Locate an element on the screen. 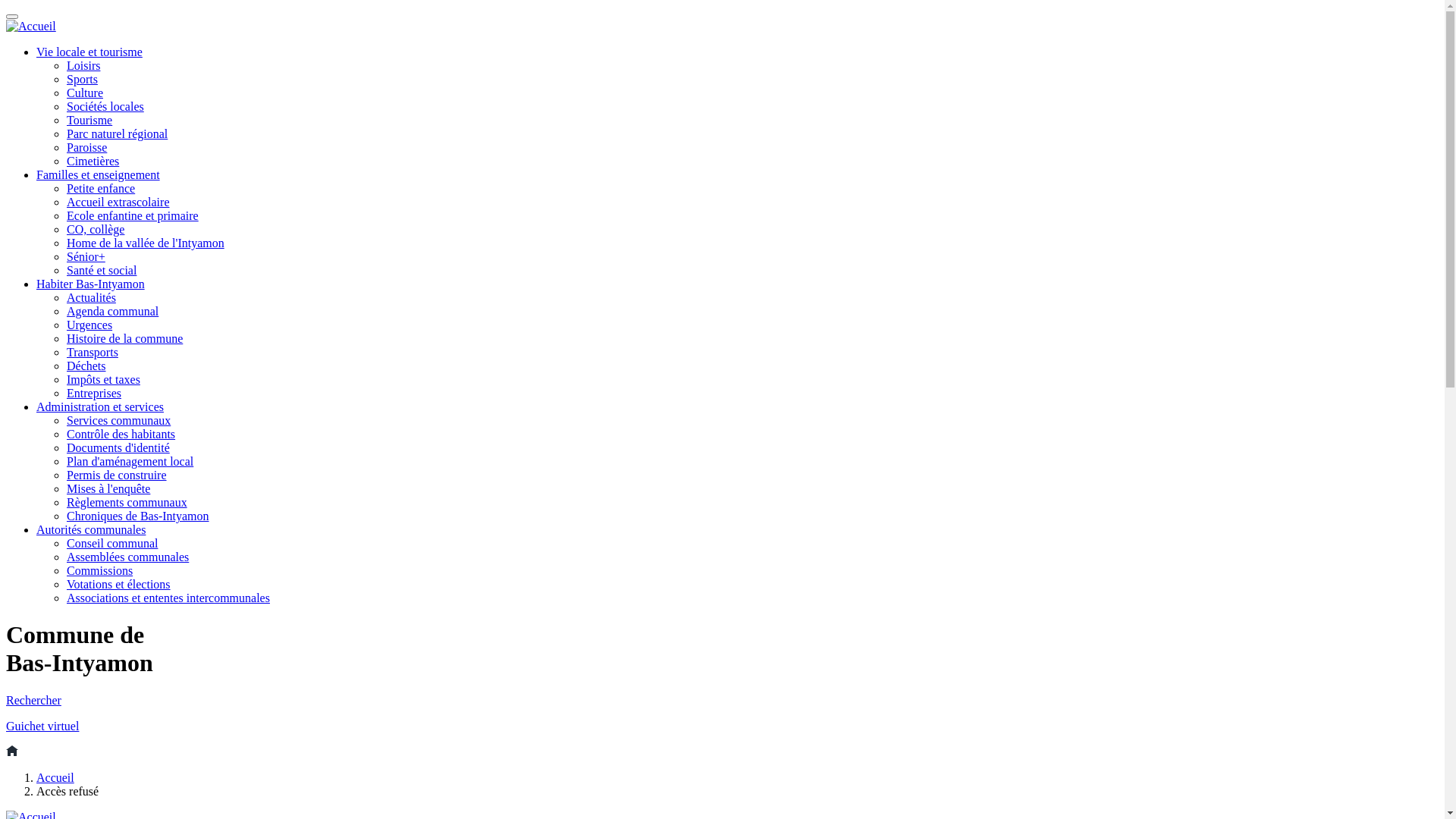  'Permis de construire' is located at coordinates (65, 474).